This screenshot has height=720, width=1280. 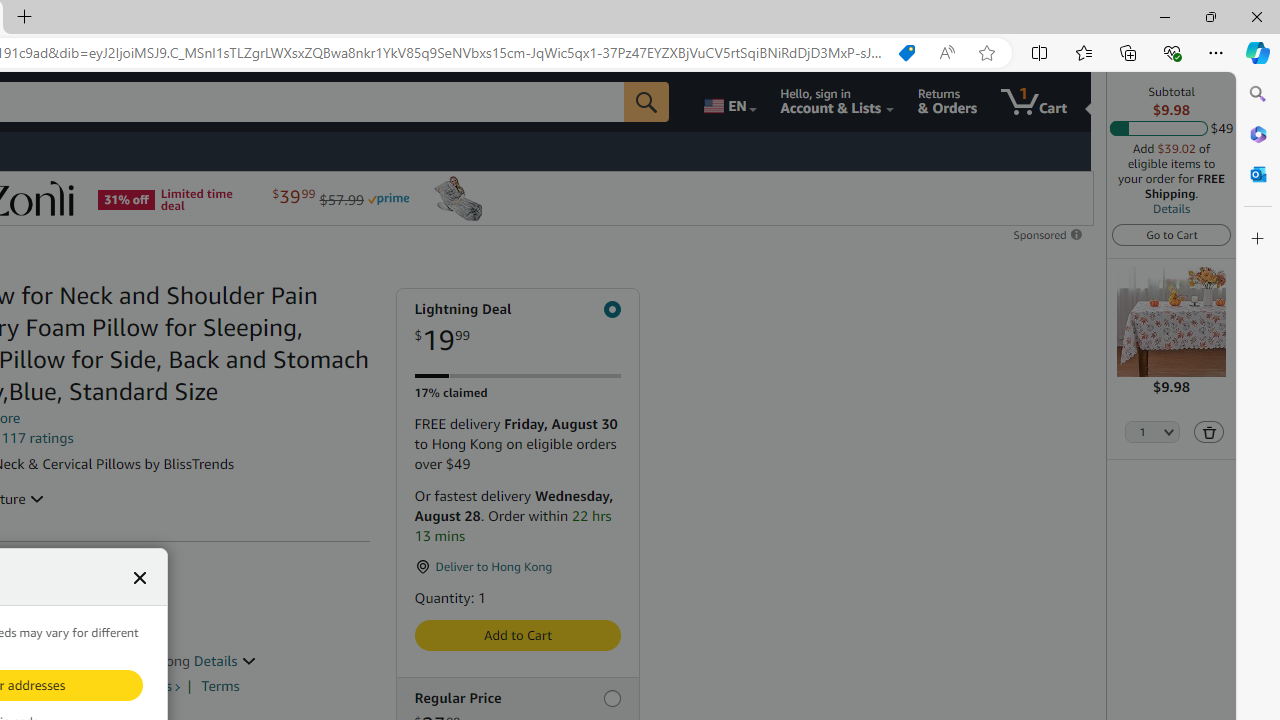 What do you see at coordinates (647, 101) in the screenshot?
I see `'Go'` at bounding box center [647, 101].